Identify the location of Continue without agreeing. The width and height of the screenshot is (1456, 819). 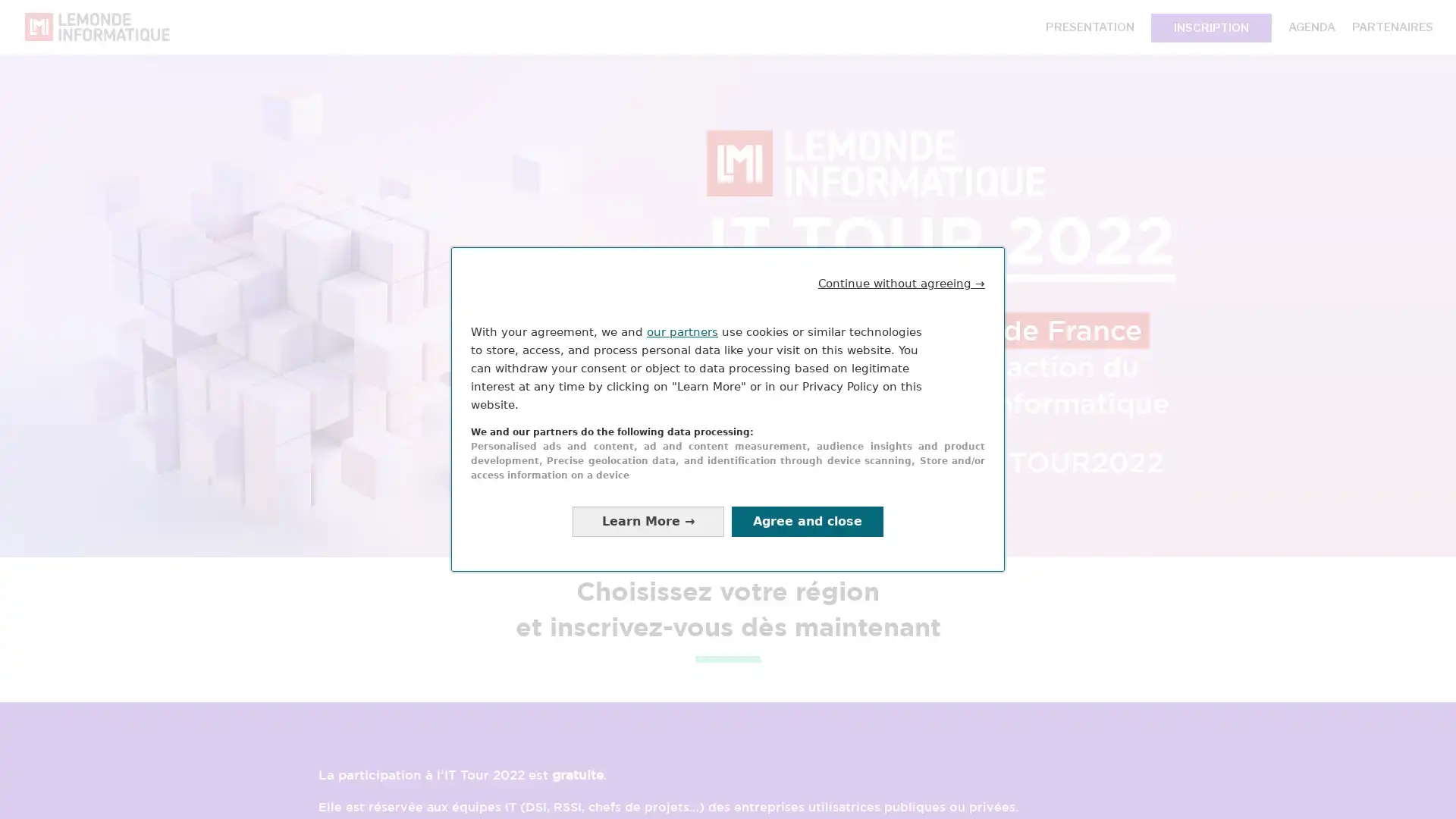
(902, 283).